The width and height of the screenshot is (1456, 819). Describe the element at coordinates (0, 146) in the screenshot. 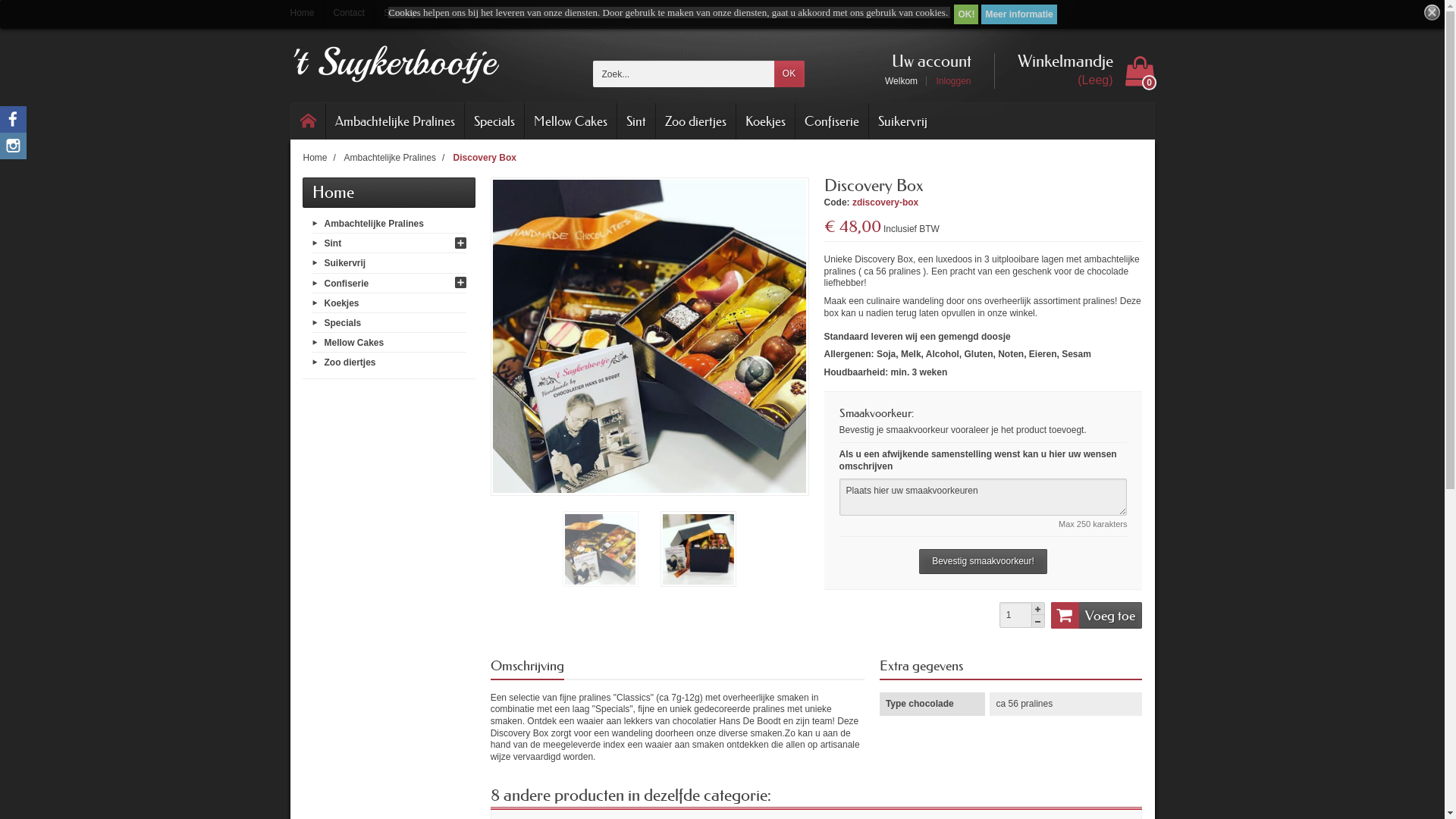

I see `'Instagram'` at that location.